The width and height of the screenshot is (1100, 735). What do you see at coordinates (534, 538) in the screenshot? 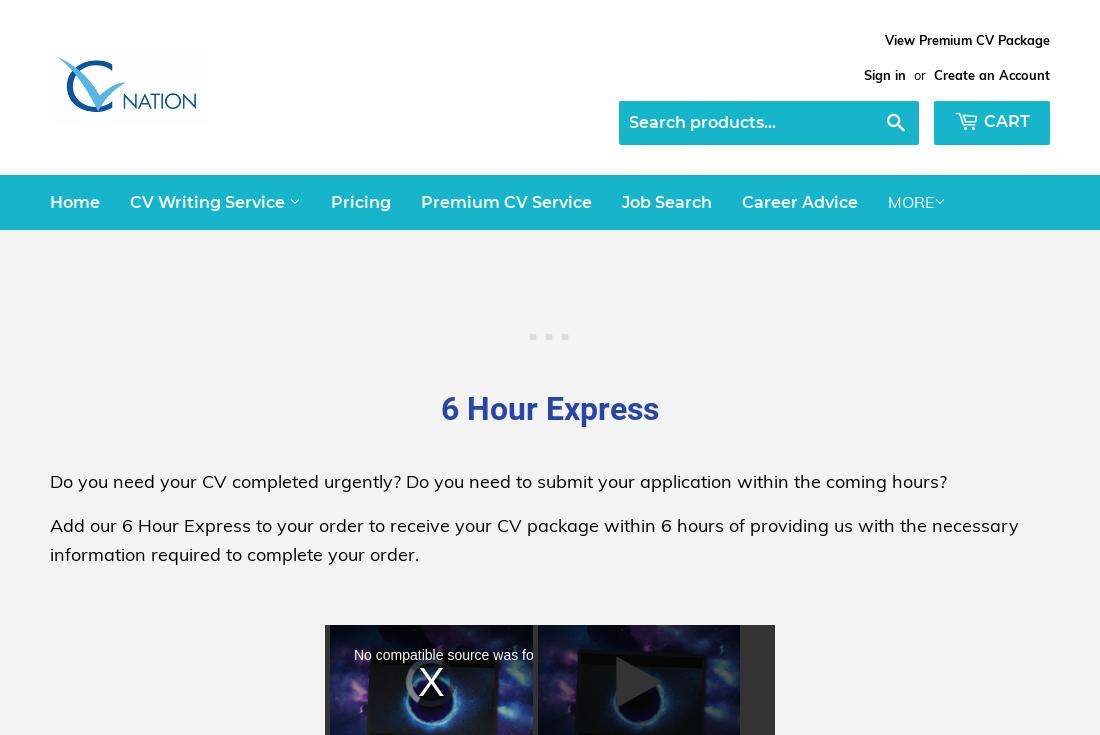
I see `'Add our 6 Hour Express to your order to receive your CV package within 6 hours of providing us with the necessary information required to complete your order.'` at bounding box center [534, 538].